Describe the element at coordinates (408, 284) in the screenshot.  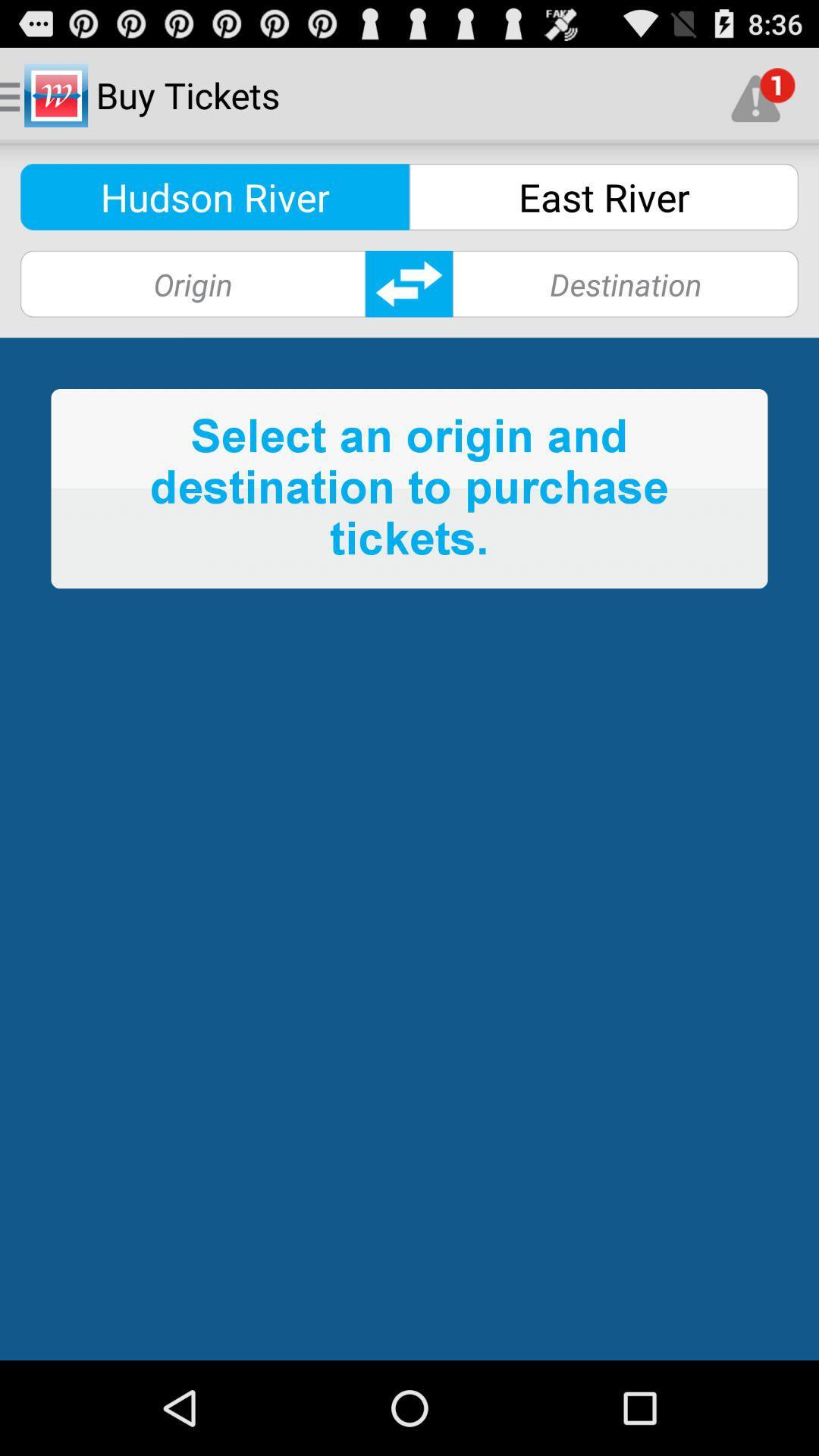
I see `destination information` at that location.